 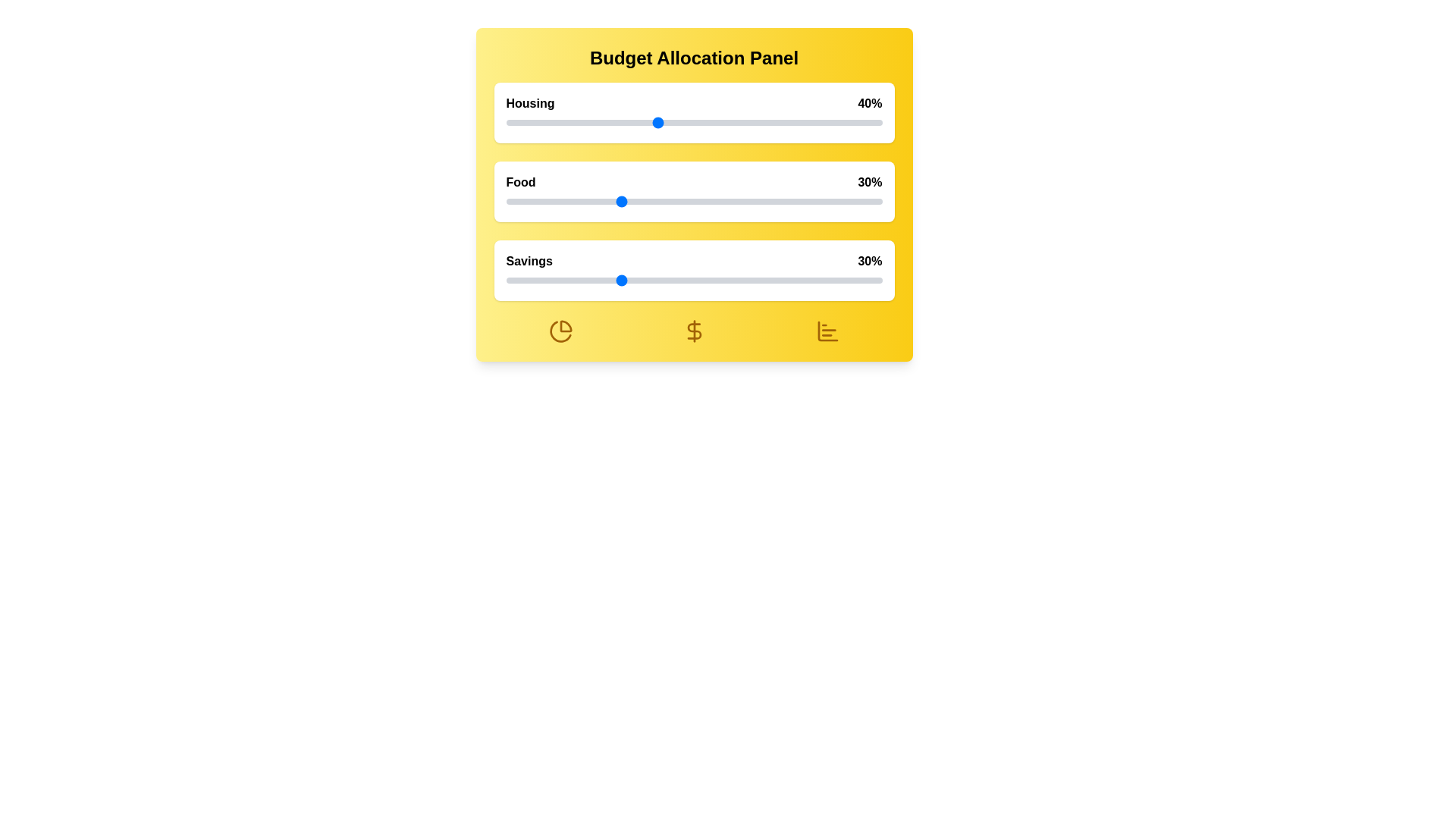 What do you see at coordinates (742, 281) in the screenshot?
I see `the savings percentage` at bounding box center [742, 281].